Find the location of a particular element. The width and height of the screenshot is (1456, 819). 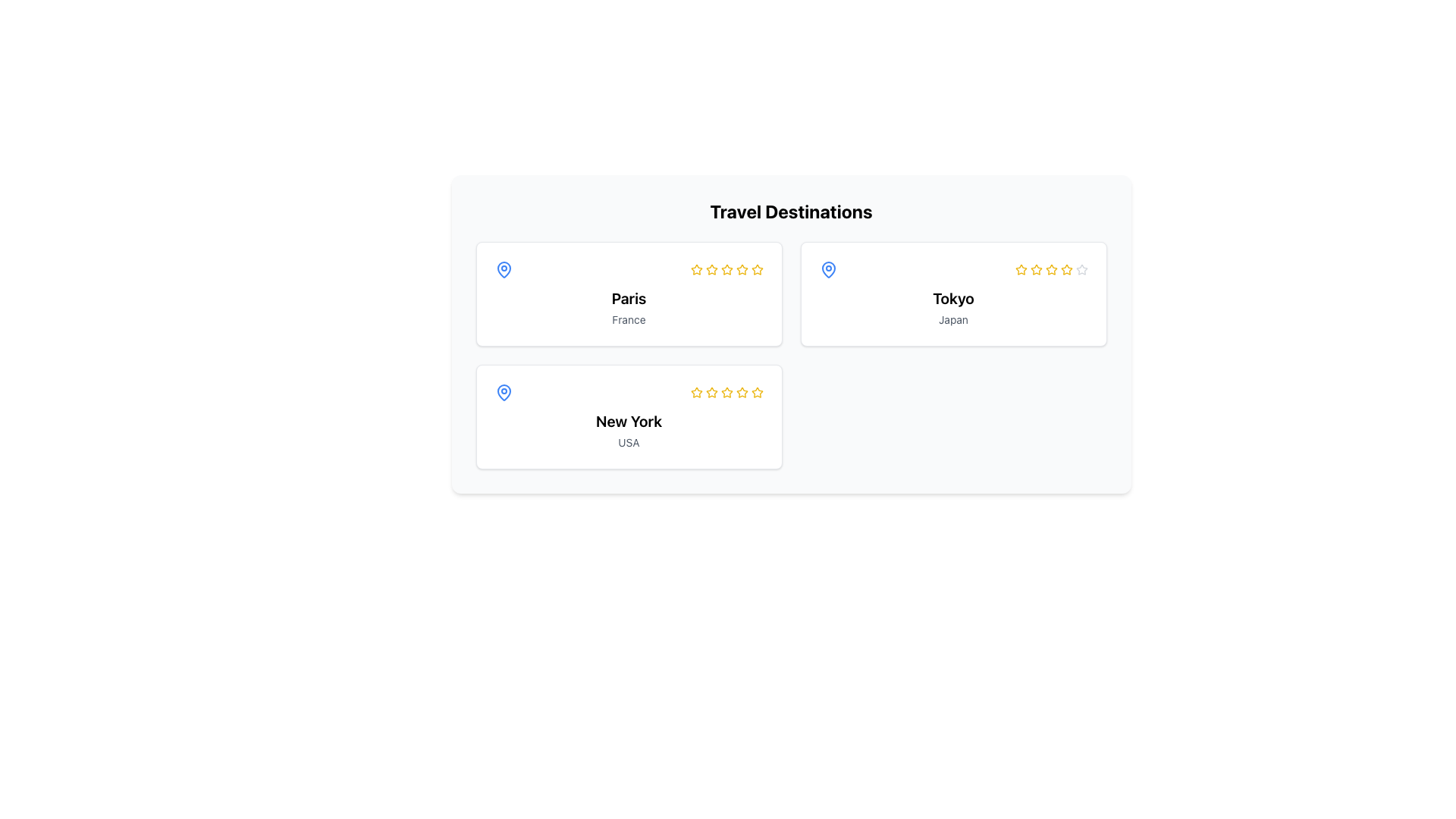

the third star icon in the rating system for 'New York' within the Travel Destinations section is located at coordinates (742, 391).